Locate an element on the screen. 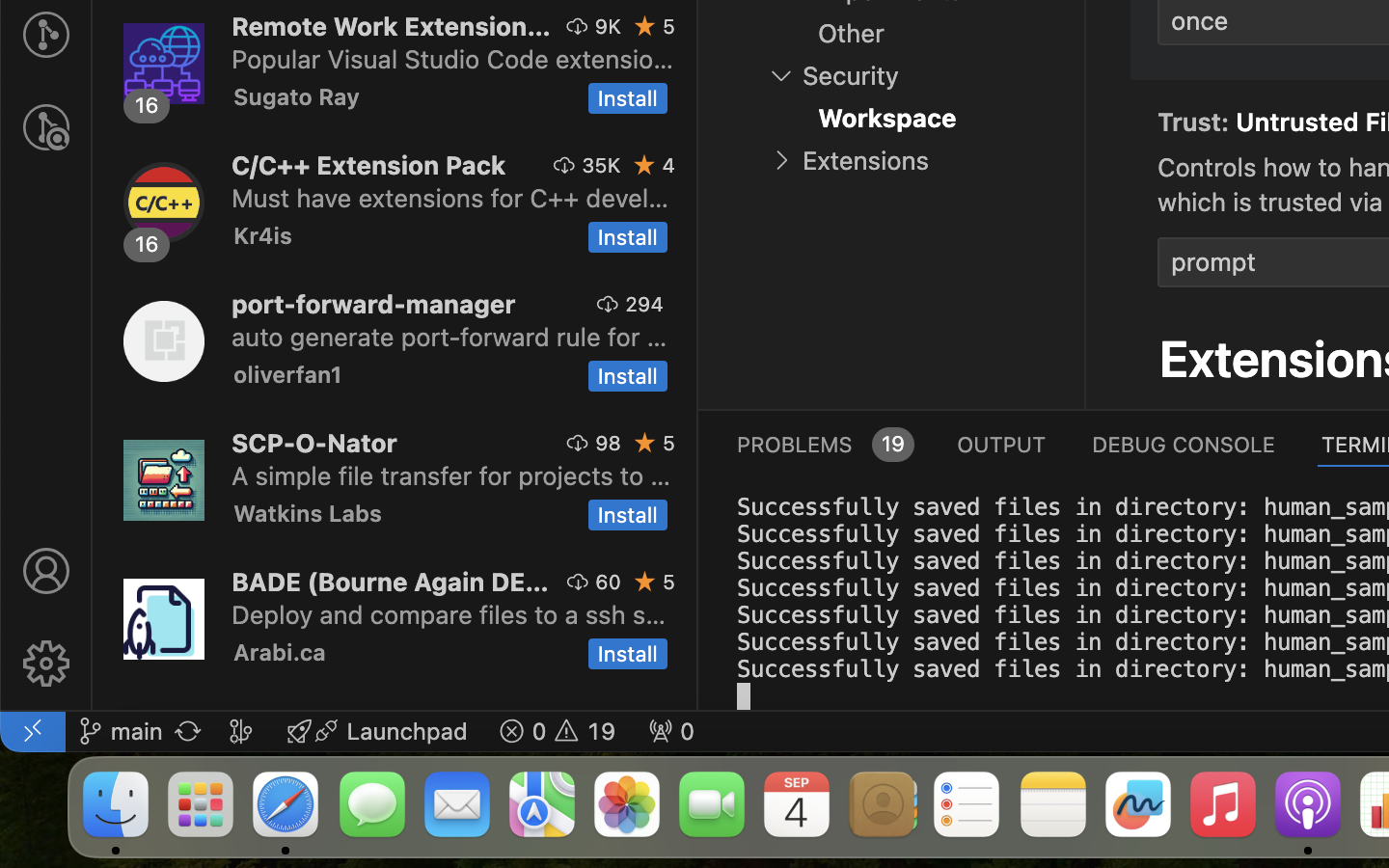 Image resolution: width=1389 pixels, height=868 pixels. 'Sugato Ray' is located at coordinates (297, 95).